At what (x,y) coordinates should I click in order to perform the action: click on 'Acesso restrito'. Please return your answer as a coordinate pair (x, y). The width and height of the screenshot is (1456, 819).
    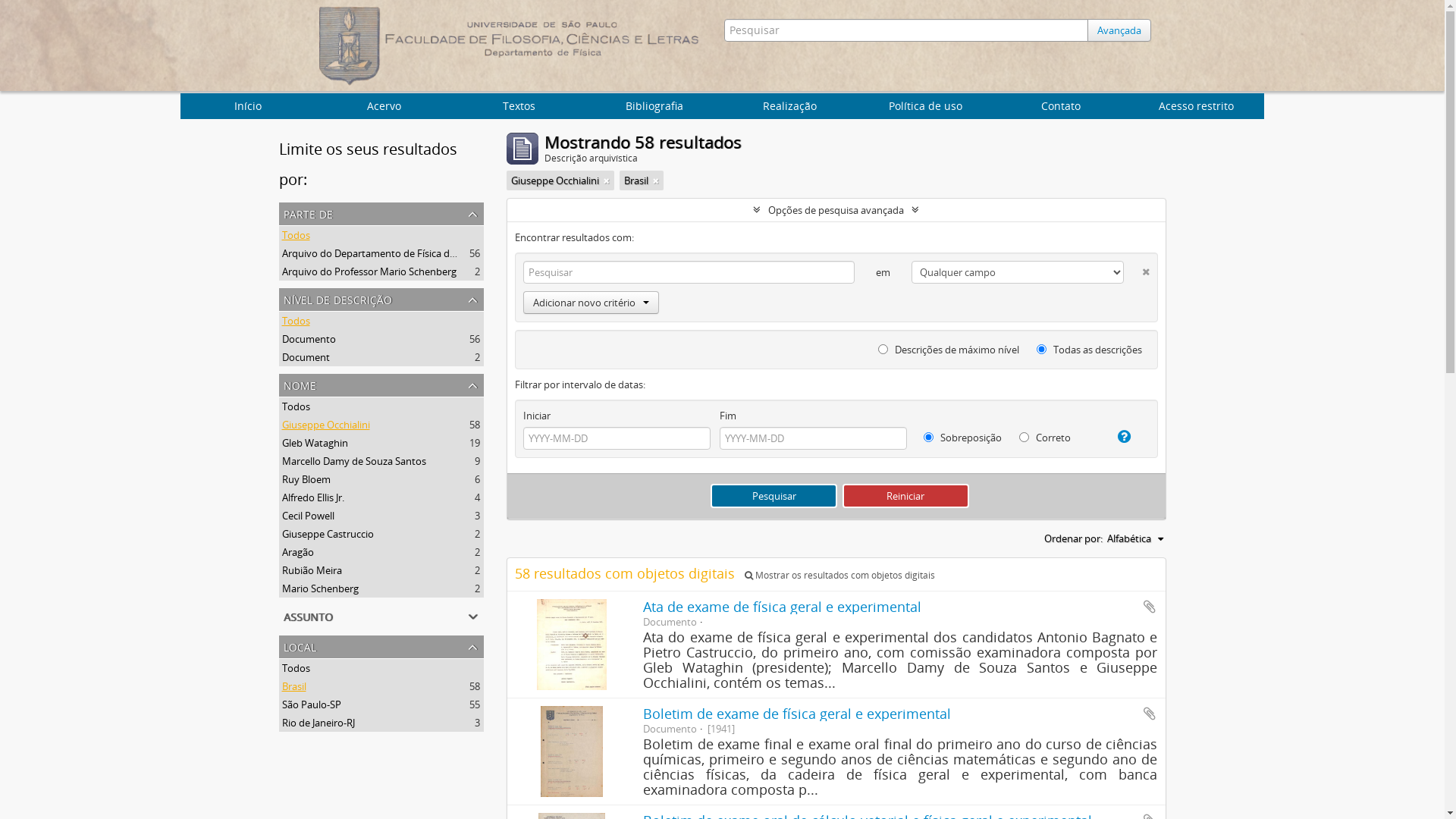
    Looking at the image, I should click on (1195, 105).